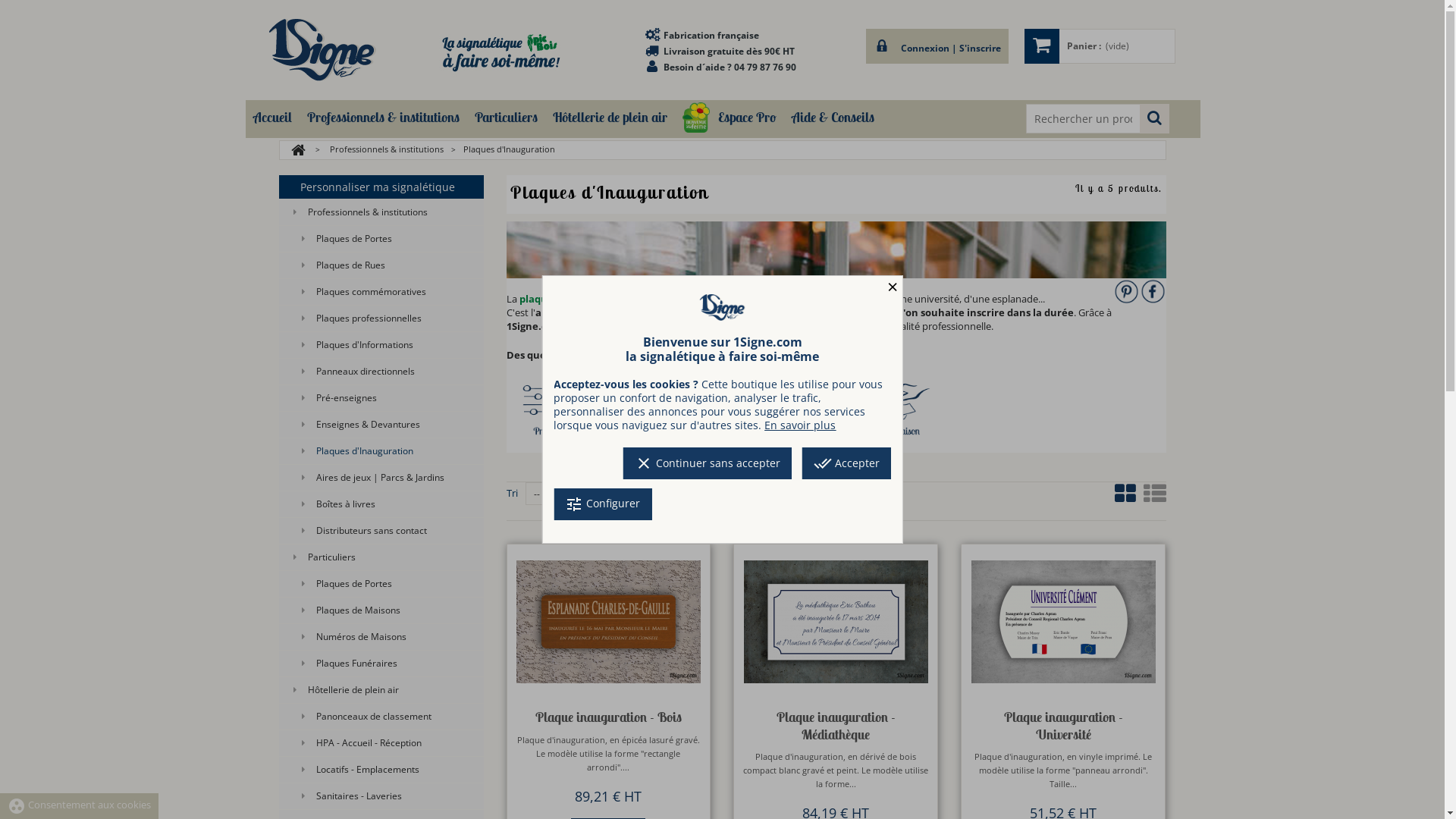 The image size is (1456, 819). I want to click on 'Panonceaux de classement', so click(381, 717).